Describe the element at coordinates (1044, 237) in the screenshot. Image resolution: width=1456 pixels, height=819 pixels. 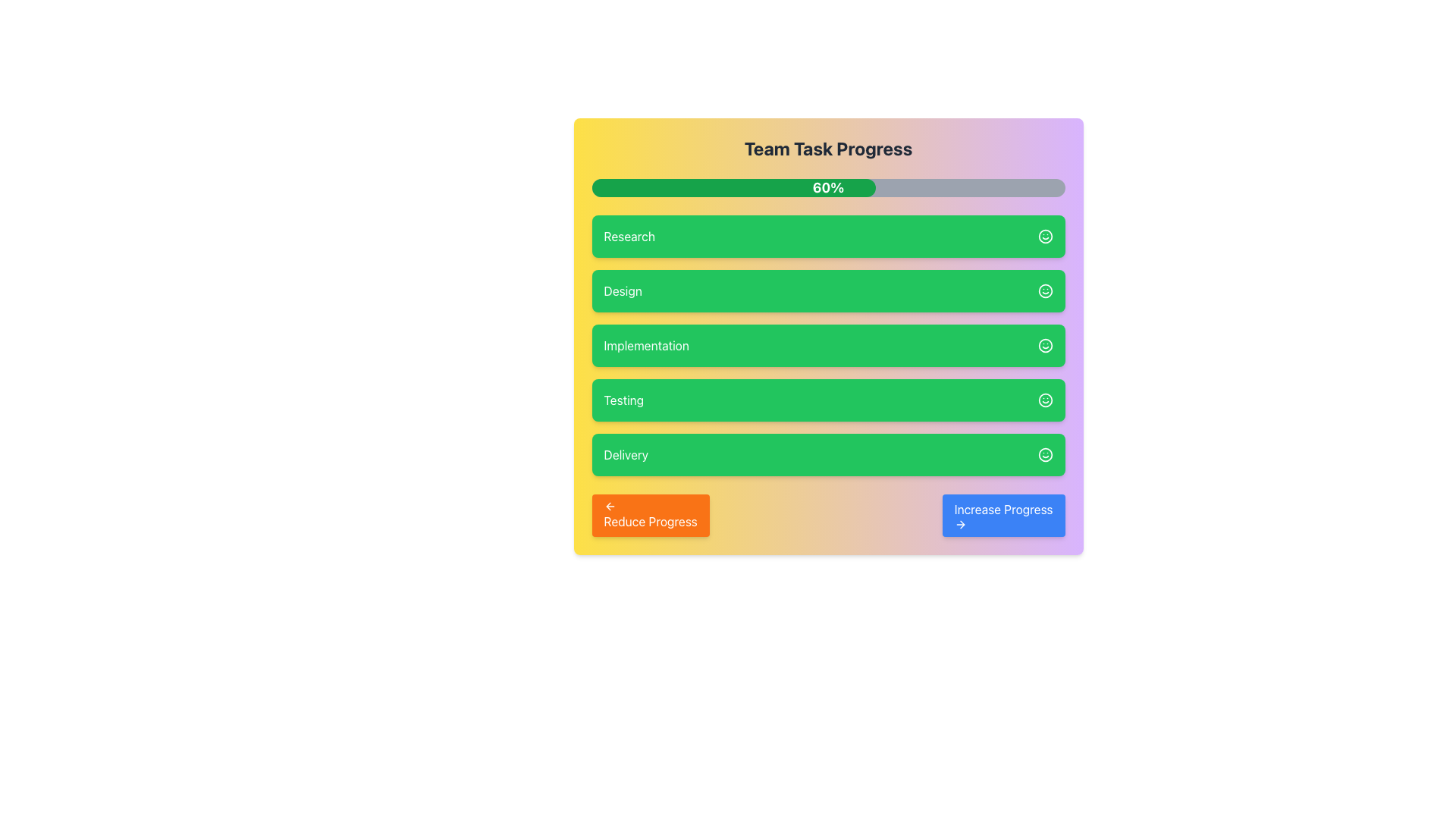
I see `the circular icon with a smiley face, located at the upper right corner of the 'Research' row within the 'Team Task Progress' section` at that location.